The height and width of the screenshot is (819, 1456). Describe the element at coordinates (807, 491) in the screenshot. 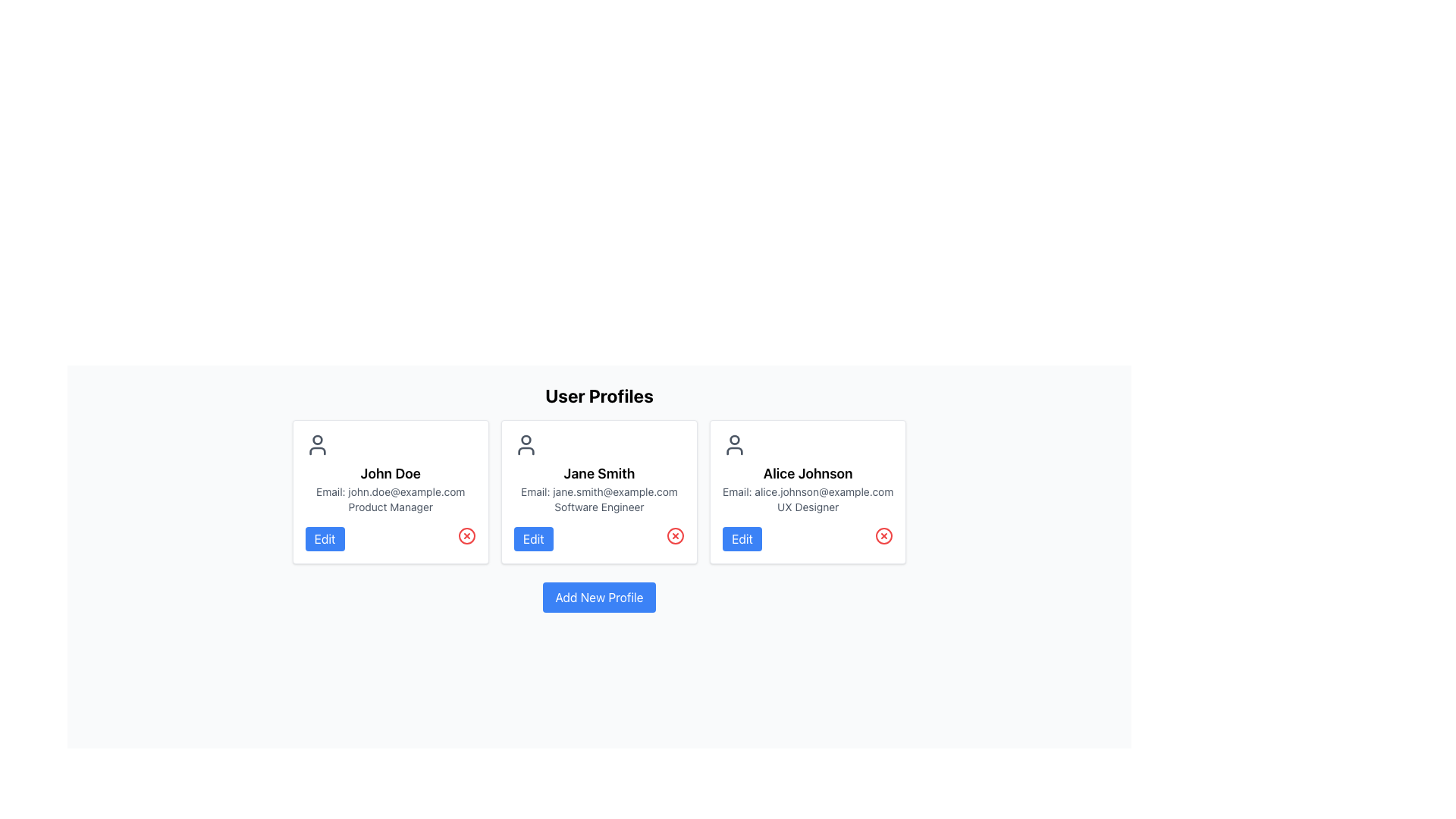

I see `email address displayed in small gray text, which is located in the third profile card from the left, beneath 'Alice Johnson'` at that location.